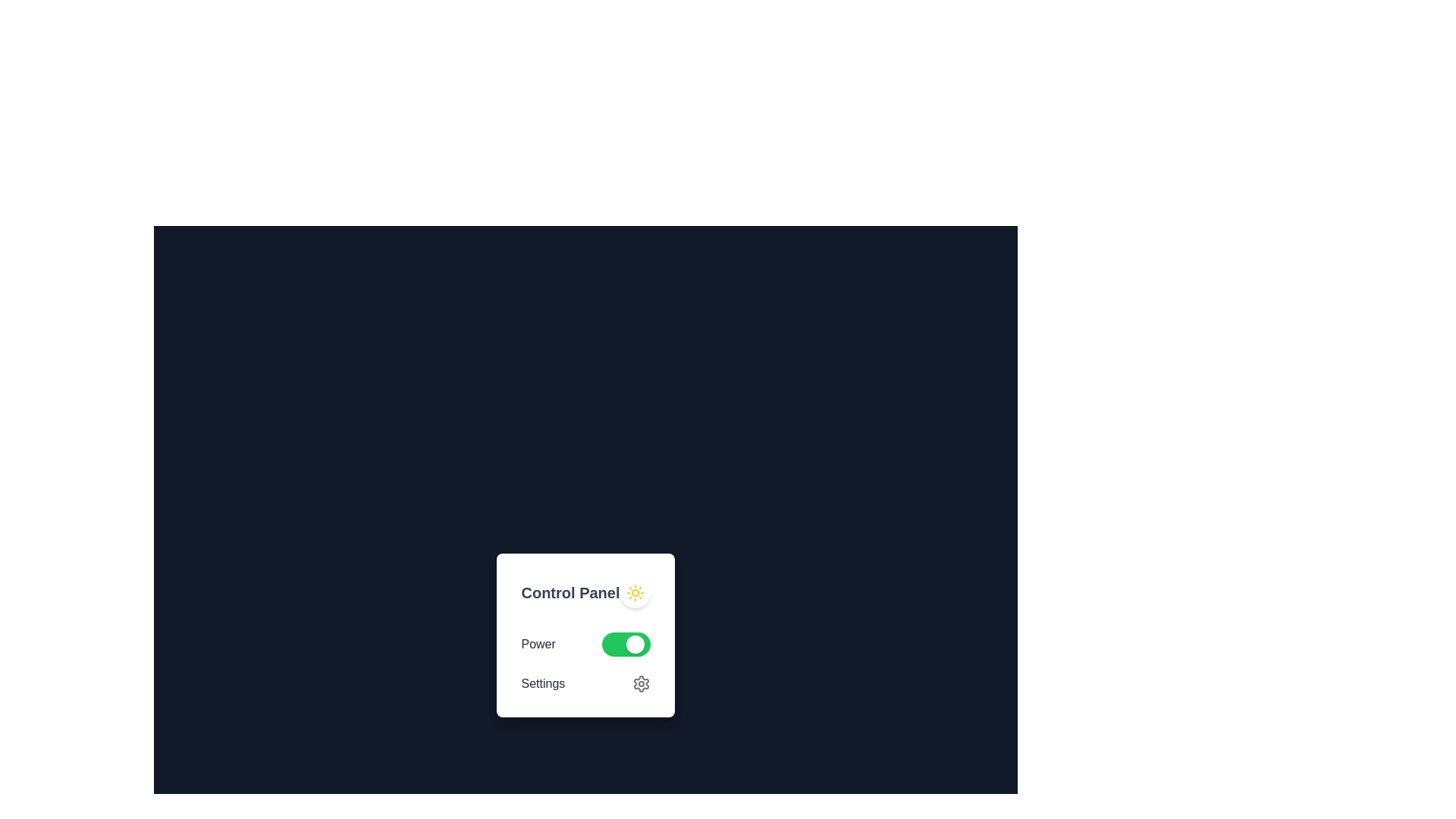  Describe the element at coordinates (635, 592) in the screenshot. I see `the icon located in the circular button adjacent to the 'Control Panel' title` at that location.